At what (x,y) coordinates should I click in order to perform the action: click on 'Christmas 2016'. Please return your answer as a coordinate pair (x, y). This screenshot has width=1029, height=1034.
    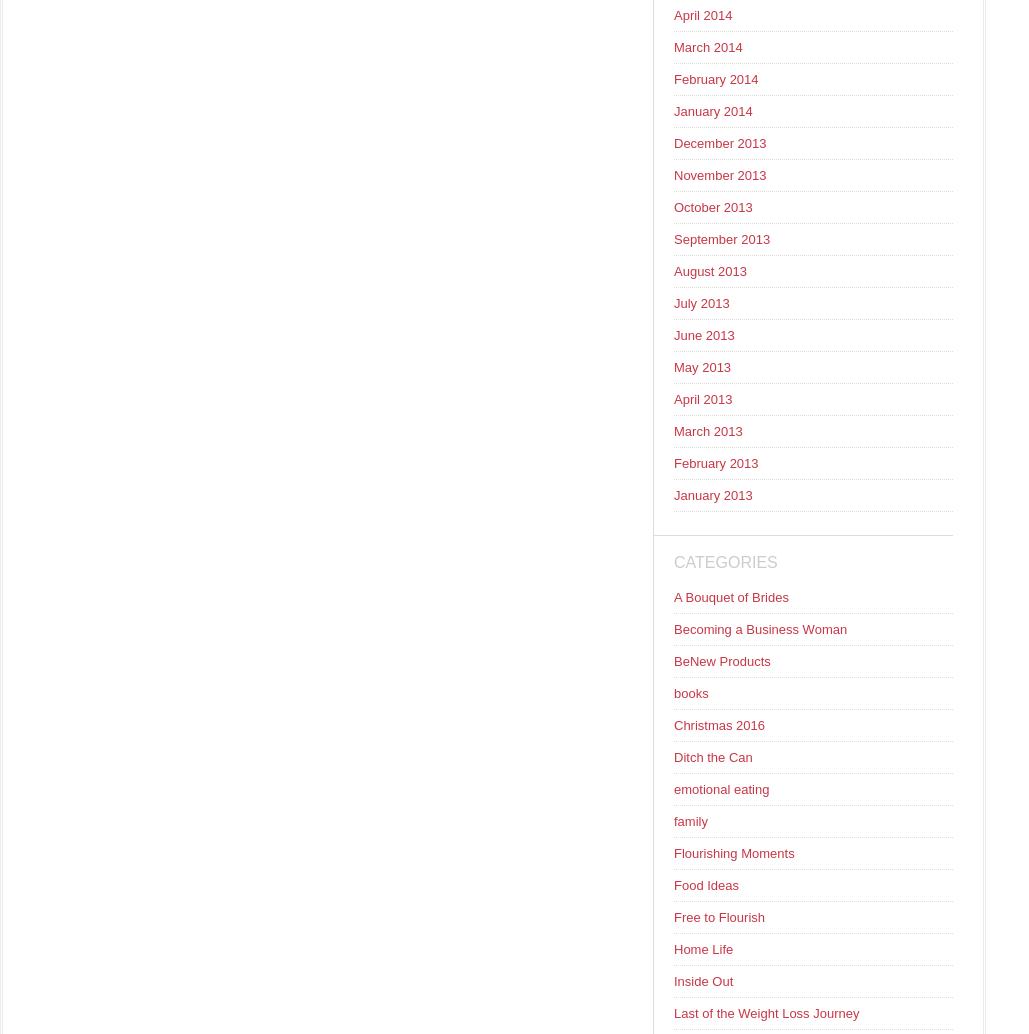
    Looking at the image, I should click on (718, 725).